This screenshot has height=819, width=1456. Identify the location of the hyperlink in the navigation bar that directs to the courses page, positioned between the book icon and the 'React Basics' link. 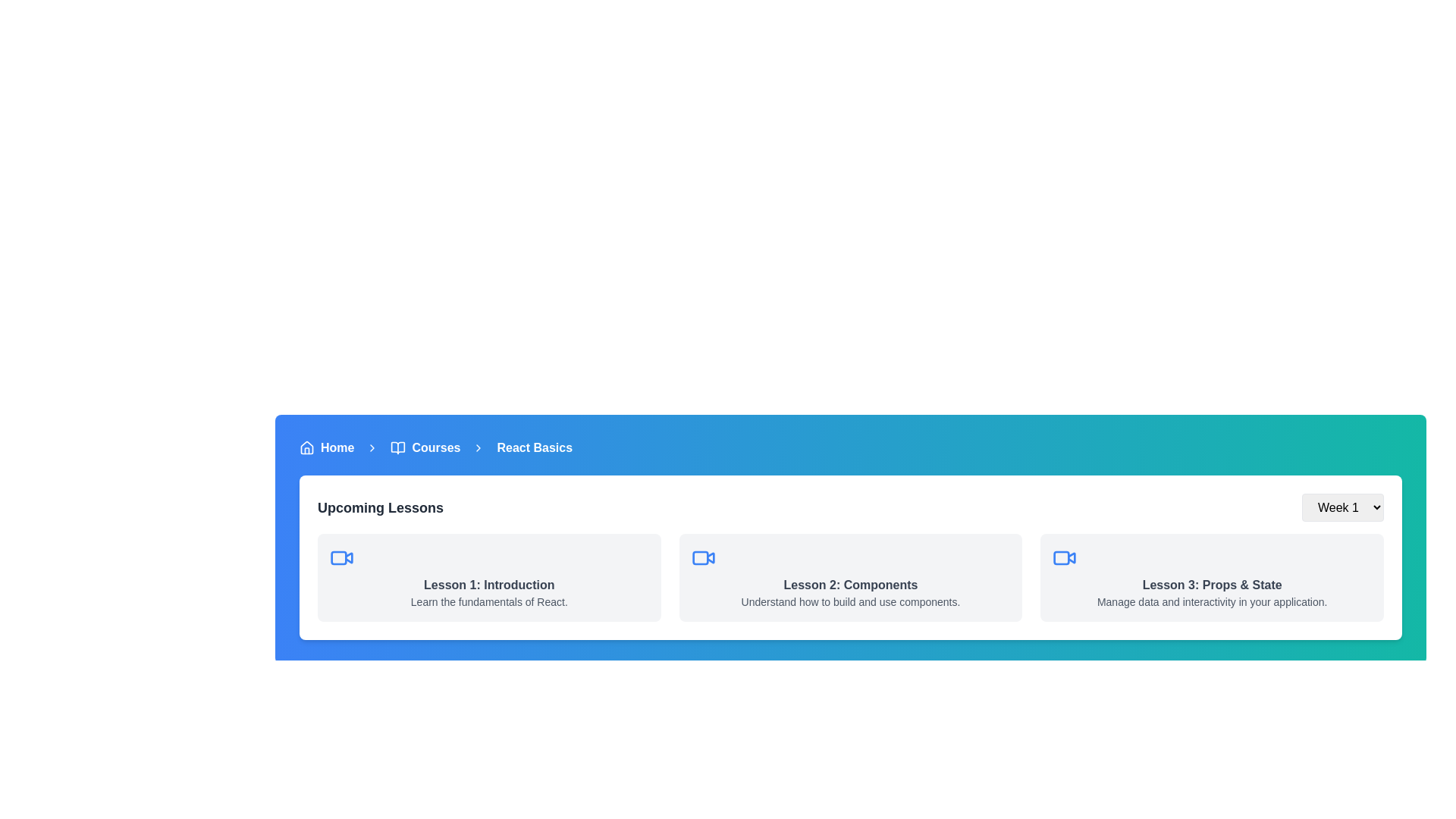
(435, 447).